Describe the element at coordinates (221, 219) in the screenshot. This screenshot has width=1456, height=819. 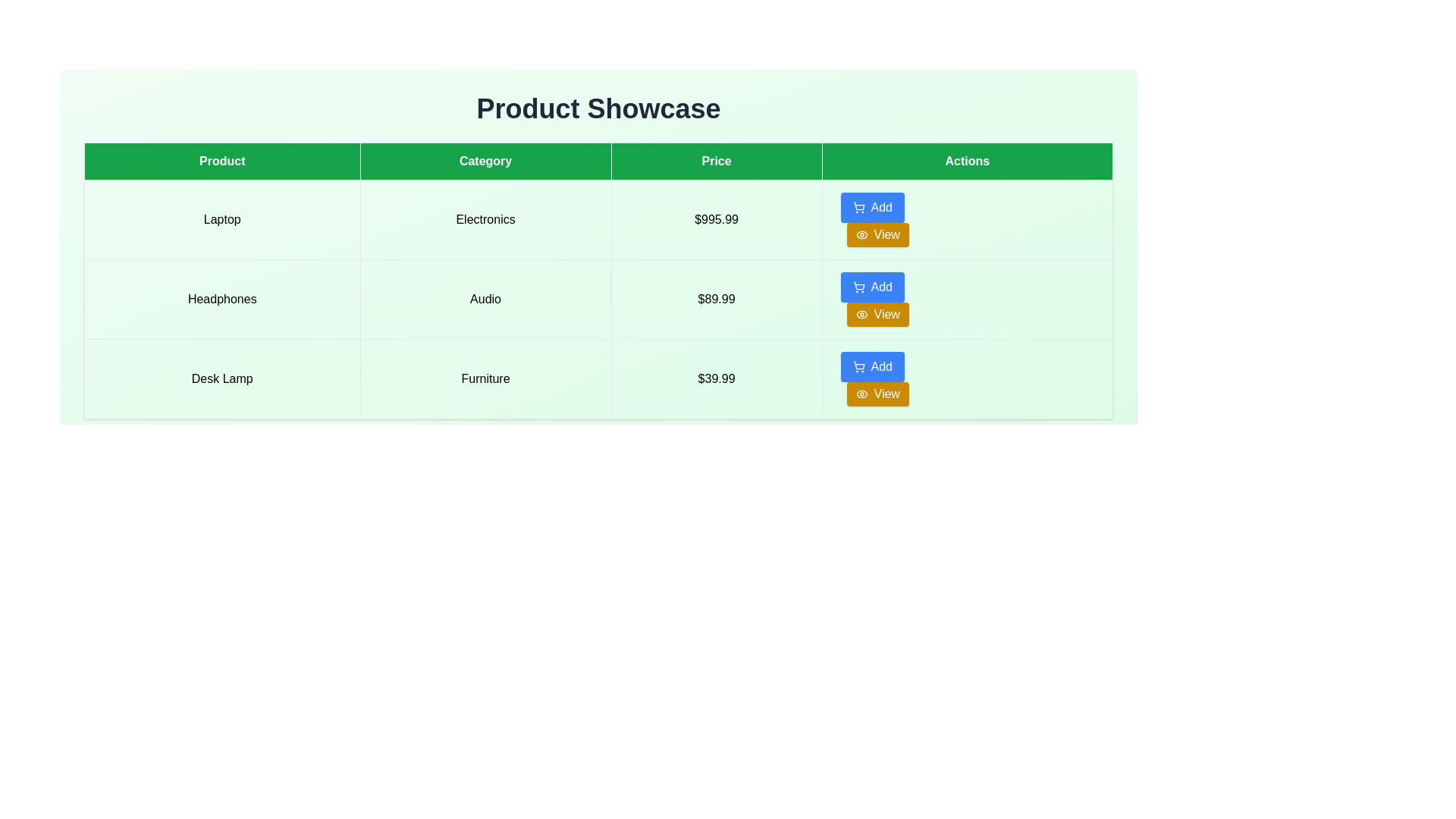
I see `the text label displaying the product name 'Laptop' in the first row and first column of the table, directly beneath the 'Product' header` at that location.